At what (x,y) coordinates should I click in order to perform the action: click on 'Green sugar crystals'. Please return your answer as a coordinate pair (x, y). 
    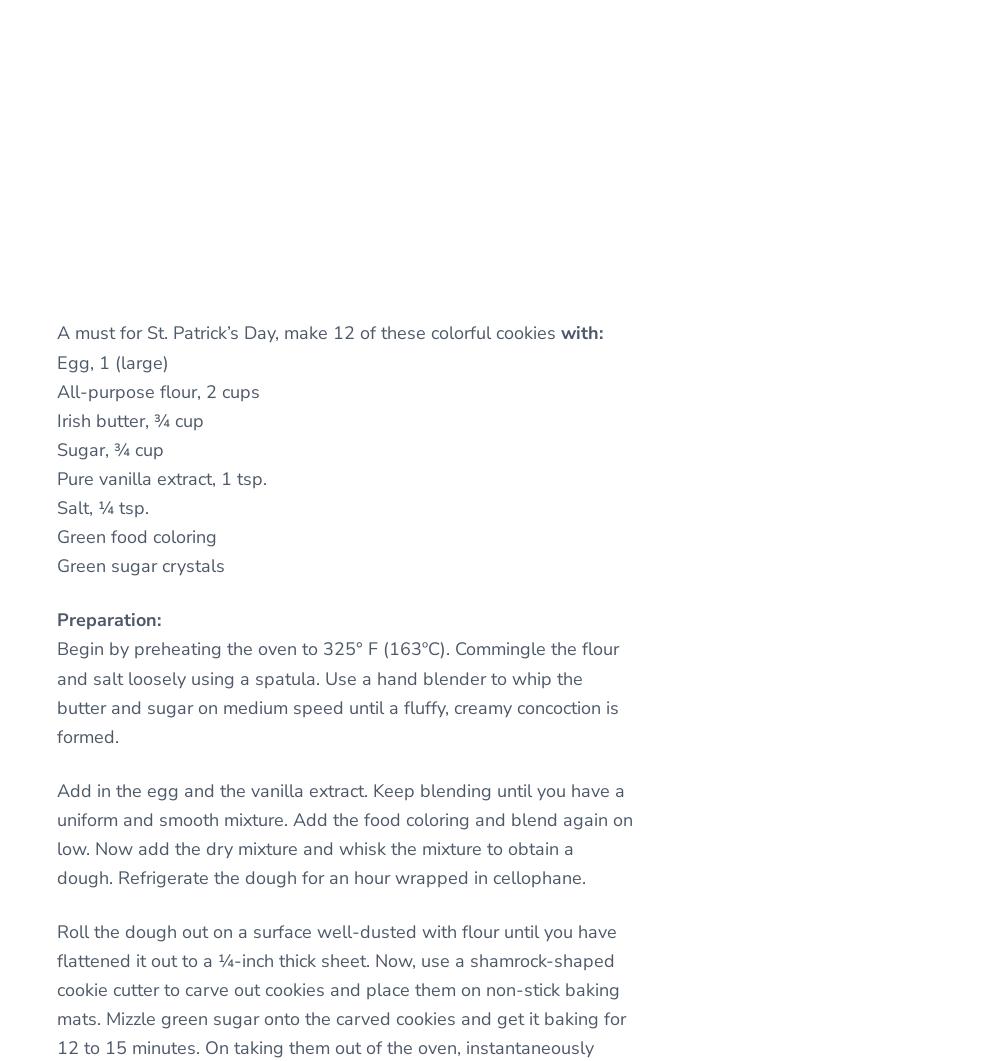
    Looking at the image, I should click on (55, 565).